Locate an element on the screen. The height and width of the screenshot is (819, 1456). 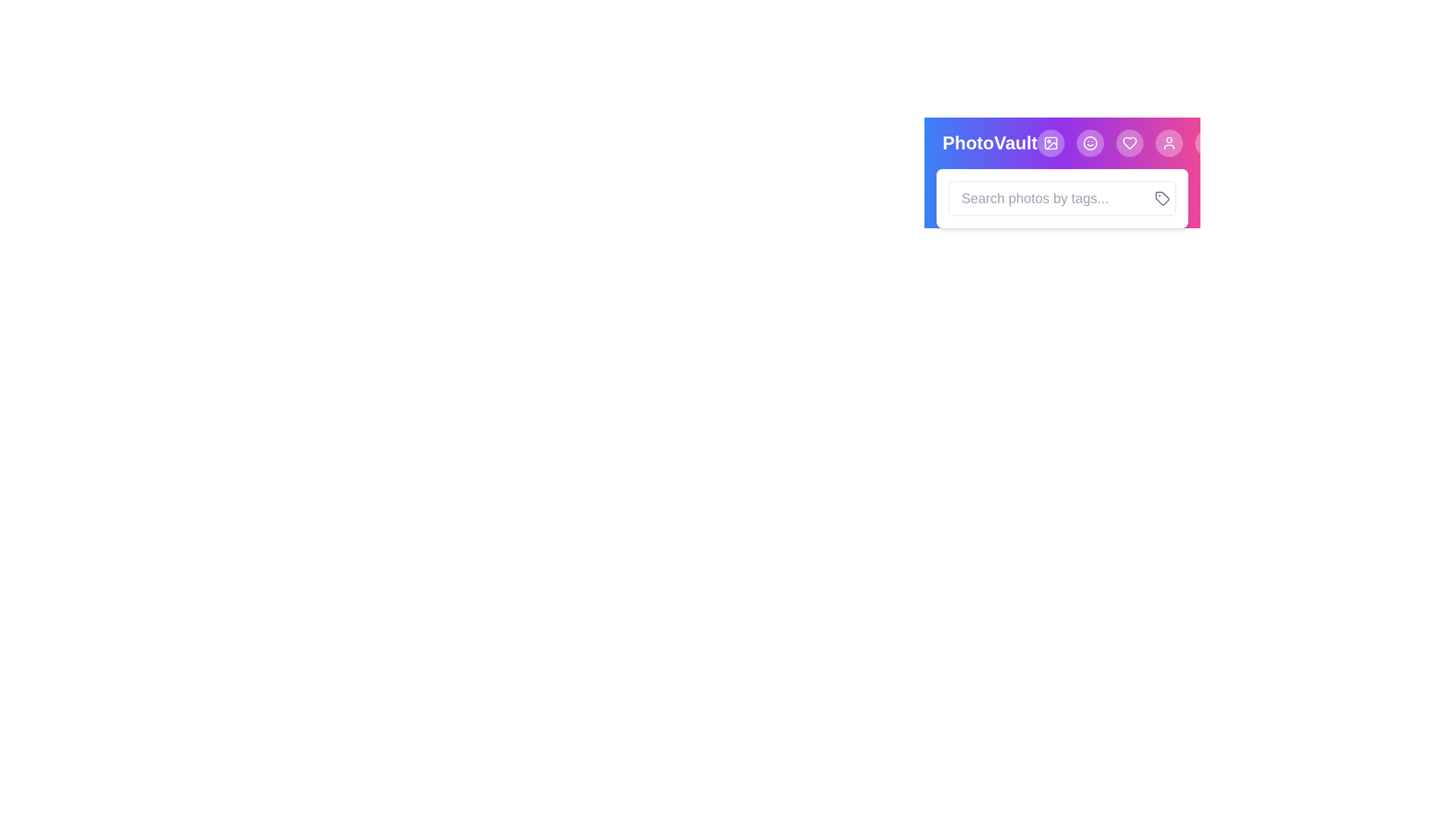
the Smile button to navigate to the corresponding feature is located at coordinates (1090, 143).